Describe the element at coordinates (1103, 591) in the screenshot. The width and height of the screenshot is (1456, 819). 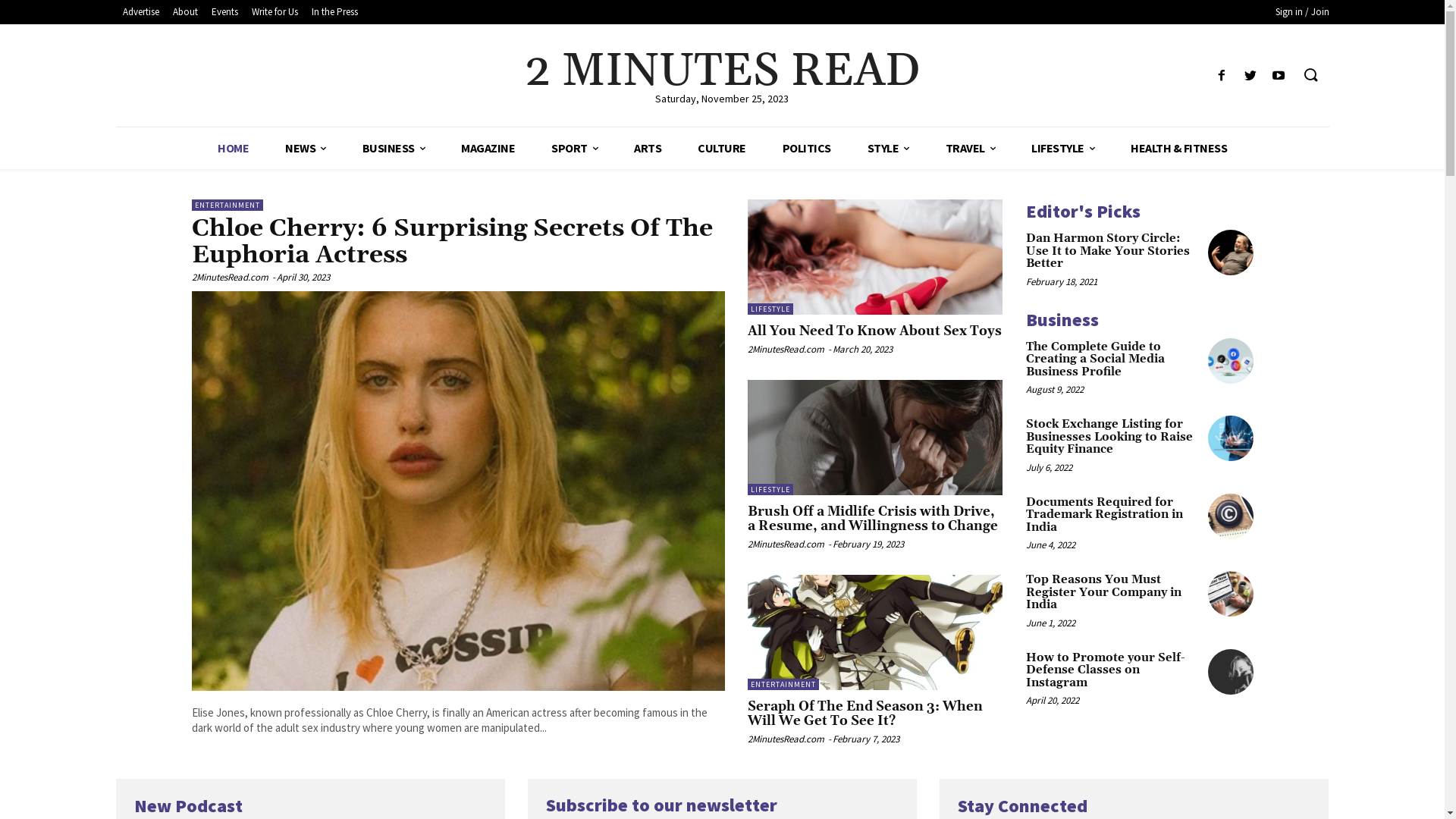
I see `'Top Reasons You Must Register Your Company in India'` at that location.